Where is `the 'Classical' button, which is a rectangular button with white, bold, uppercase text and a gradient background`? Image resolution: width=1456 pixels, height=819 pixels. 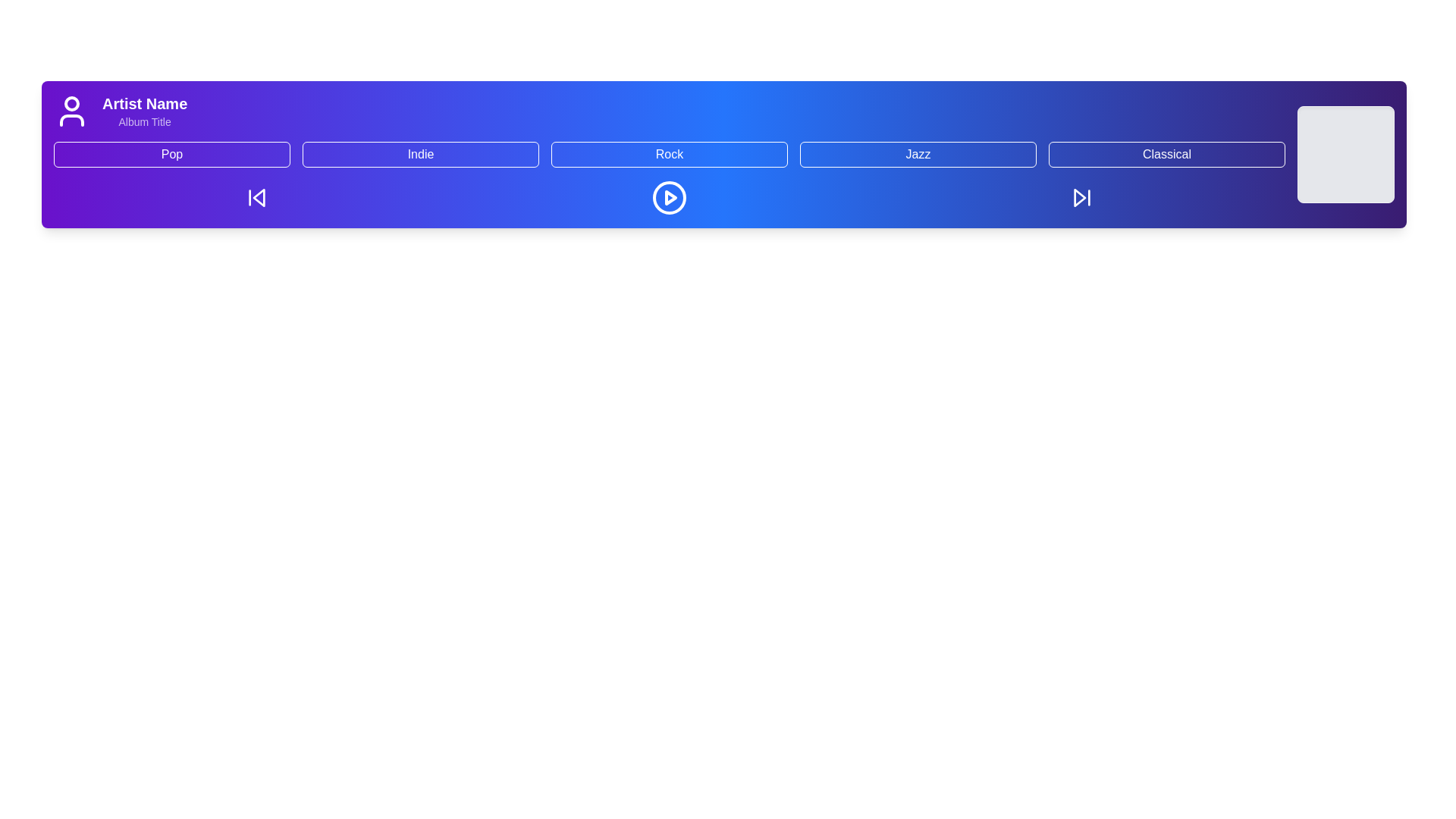 the 'Classical' button, which is a rectangular button with white, bold, uppercase text and a gradient background is located at coordinates (1166, 155).